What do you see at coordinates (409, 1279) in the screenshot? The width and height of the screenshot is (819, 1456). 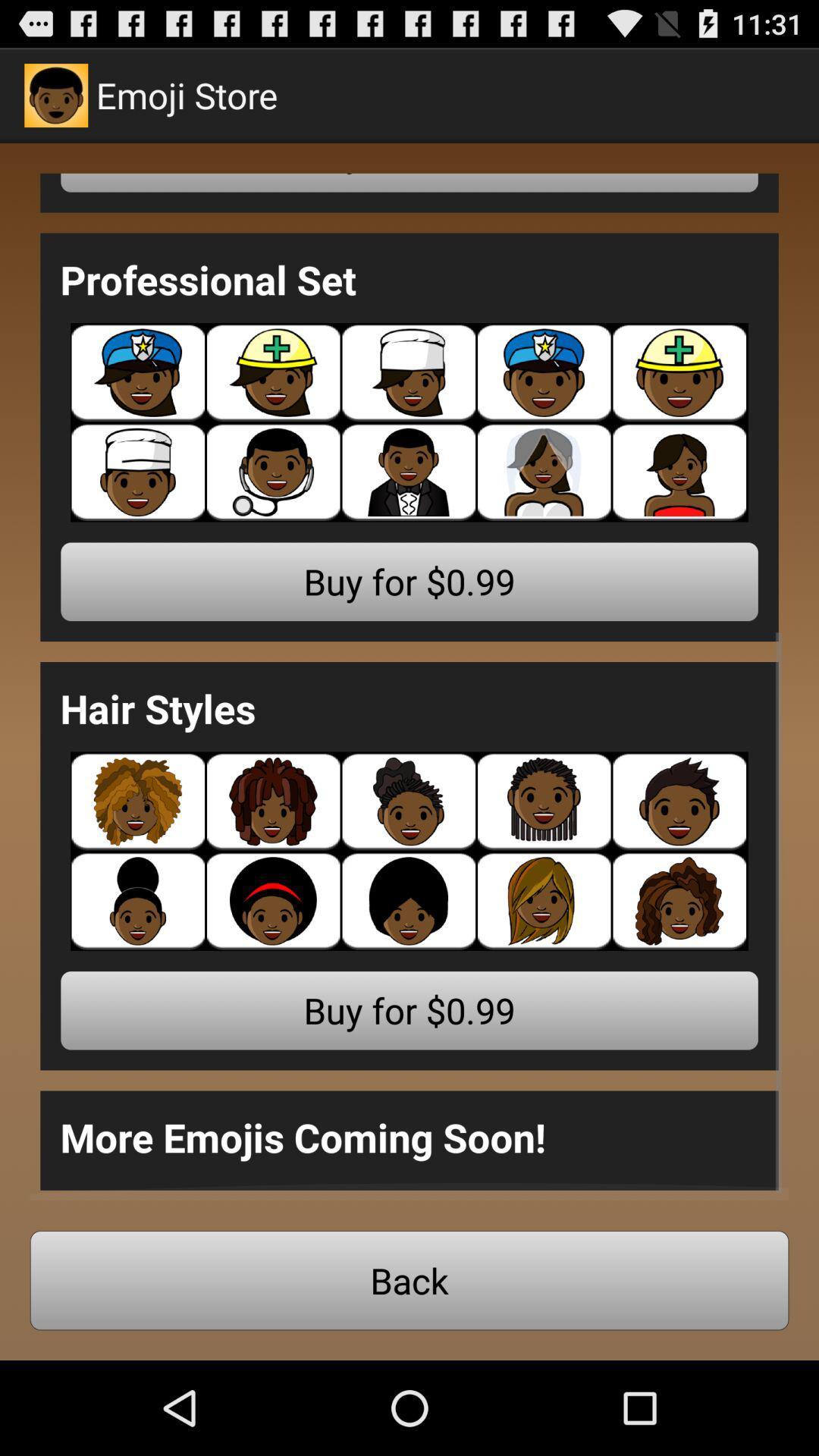 I see `back button` at bounding box center [409, 1279].